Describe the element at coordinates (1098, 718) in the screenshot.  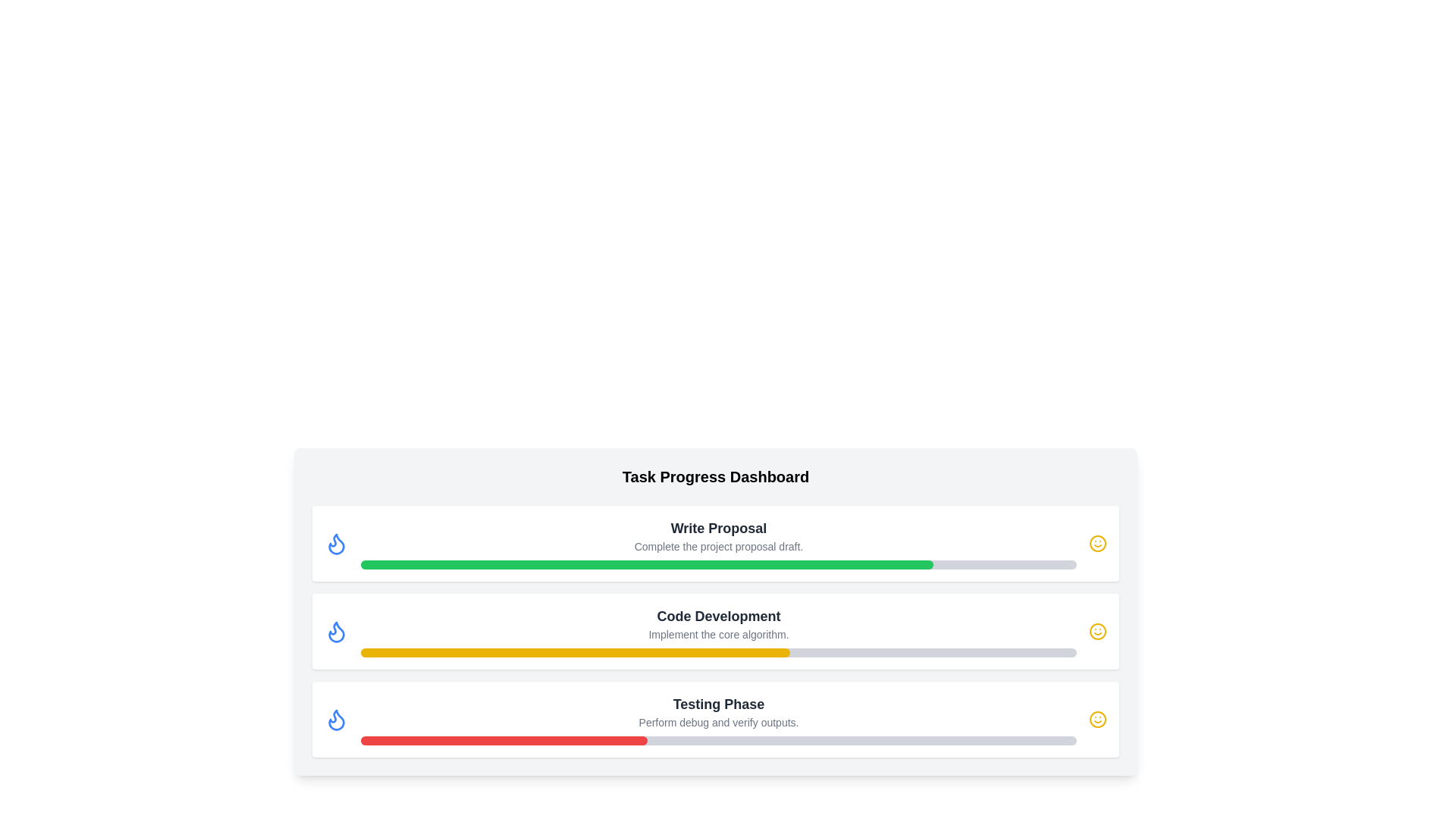
I see `the circular smiling face icon outlined in yellow, located to the right of the progress bar in the 'Testing Phase' section` at that location.